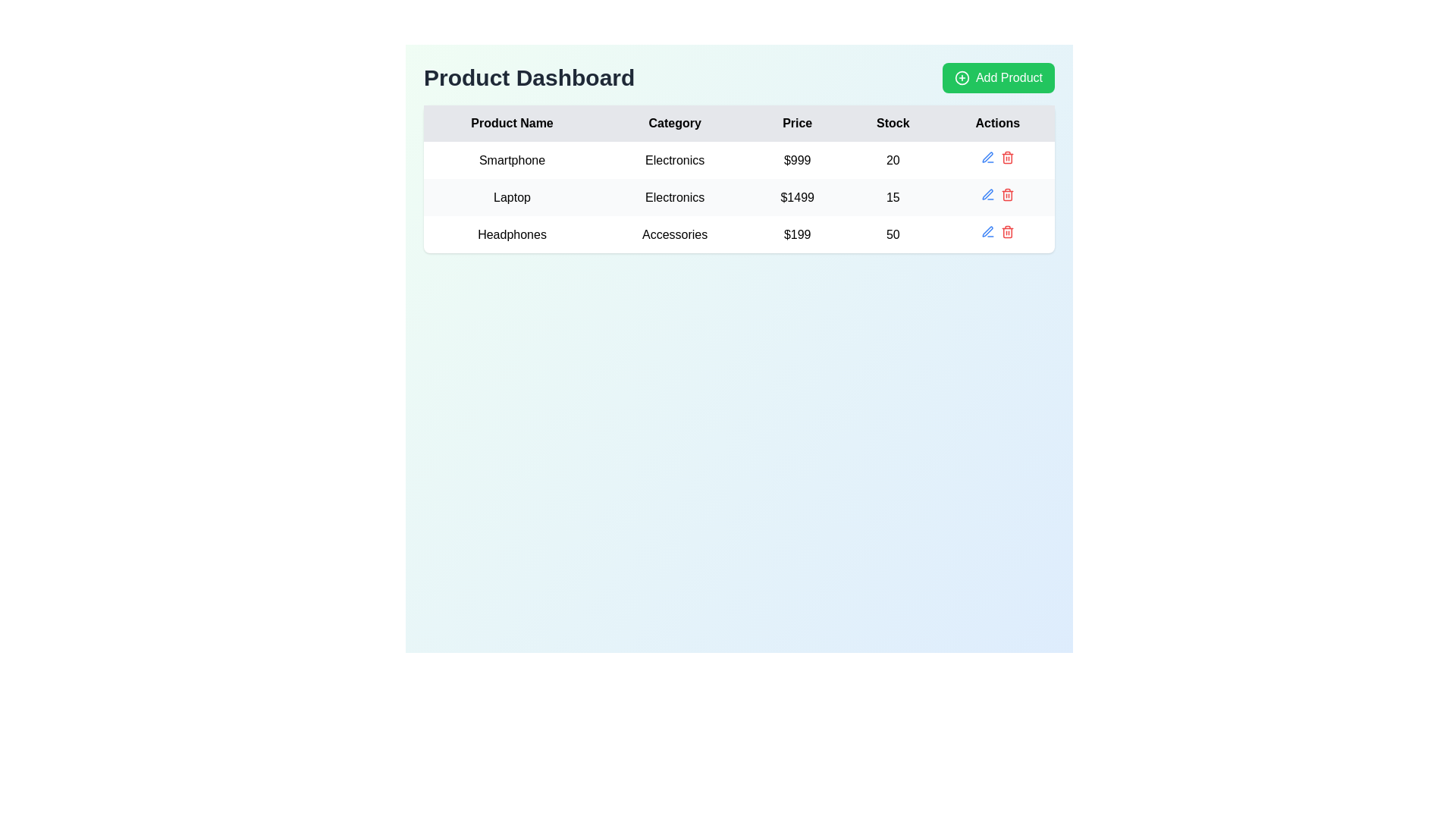 The width and height of the screenshot is (1456, 819). I want to click on the 'Edit' button icon located in the second row of the table under the 'Actions' column to initiate editing for the product 'Laptop', so click(987, 194).